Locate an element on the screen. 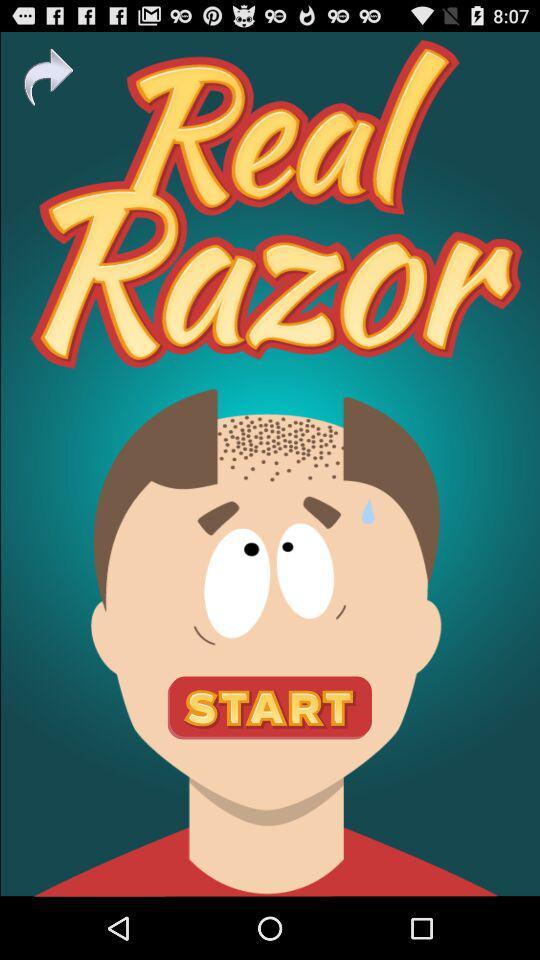 The image size is (540, 960). the redo icon is located at coordinates (48, 82).